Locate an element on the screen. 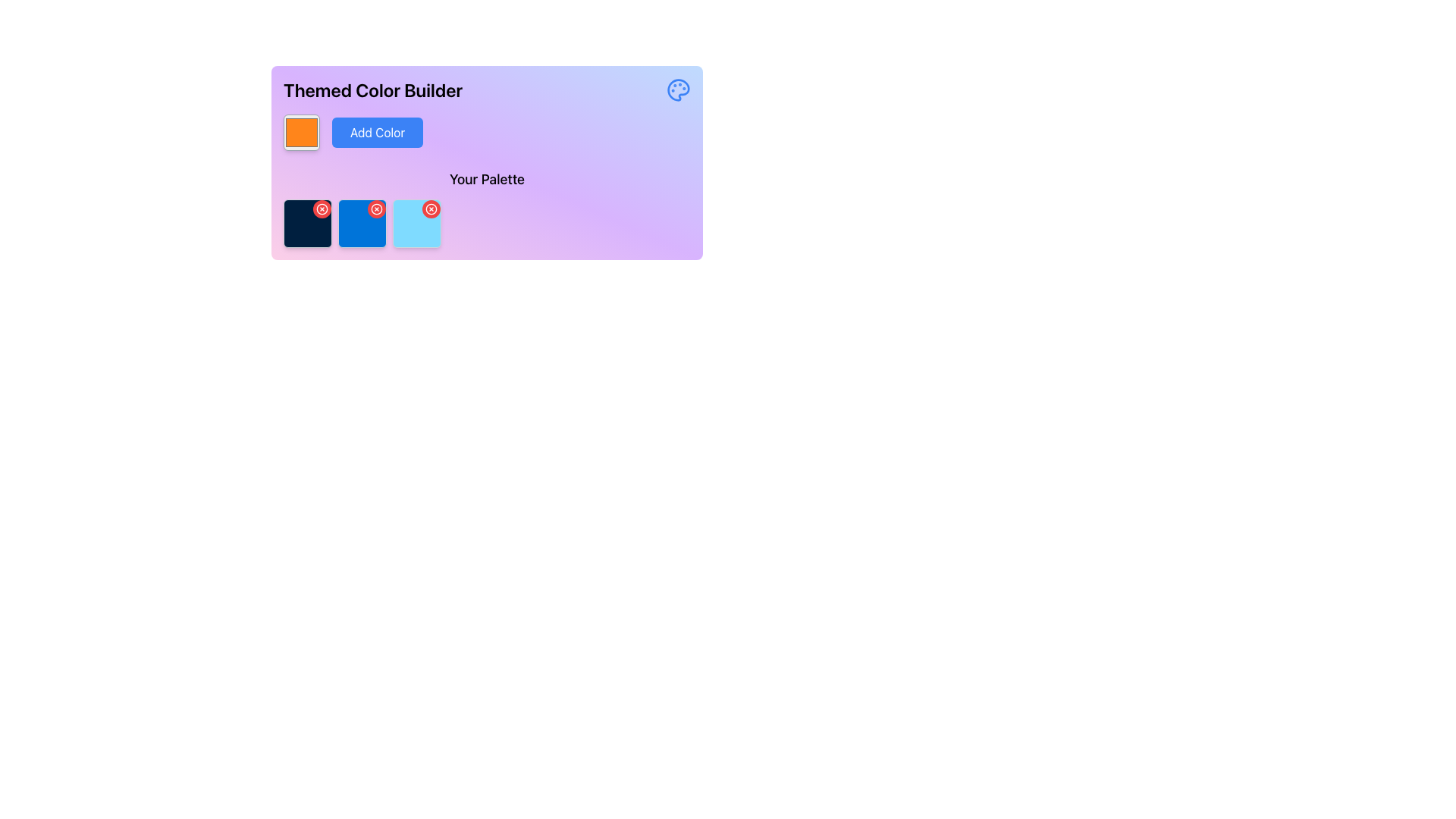 The height and width of the screenshot is (819, 1456). the circular button with a red background and white 'x' icon located at the top-right corner of the blue square card is located at coordinates (377, 209).